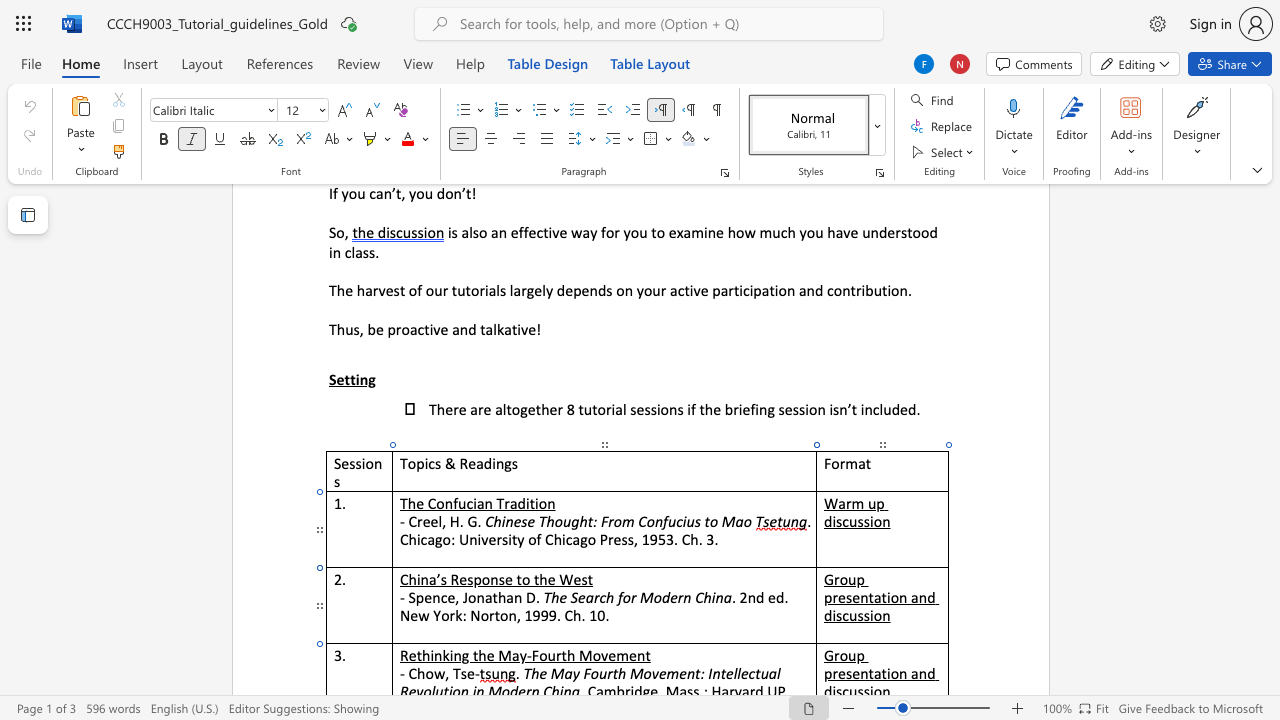 This screenshot has width=1280, height=720. What do you see at coordinates (871, 596) in the screenshot?
I see `the 1th character "t" in the text` at bounding box center [871, 596].